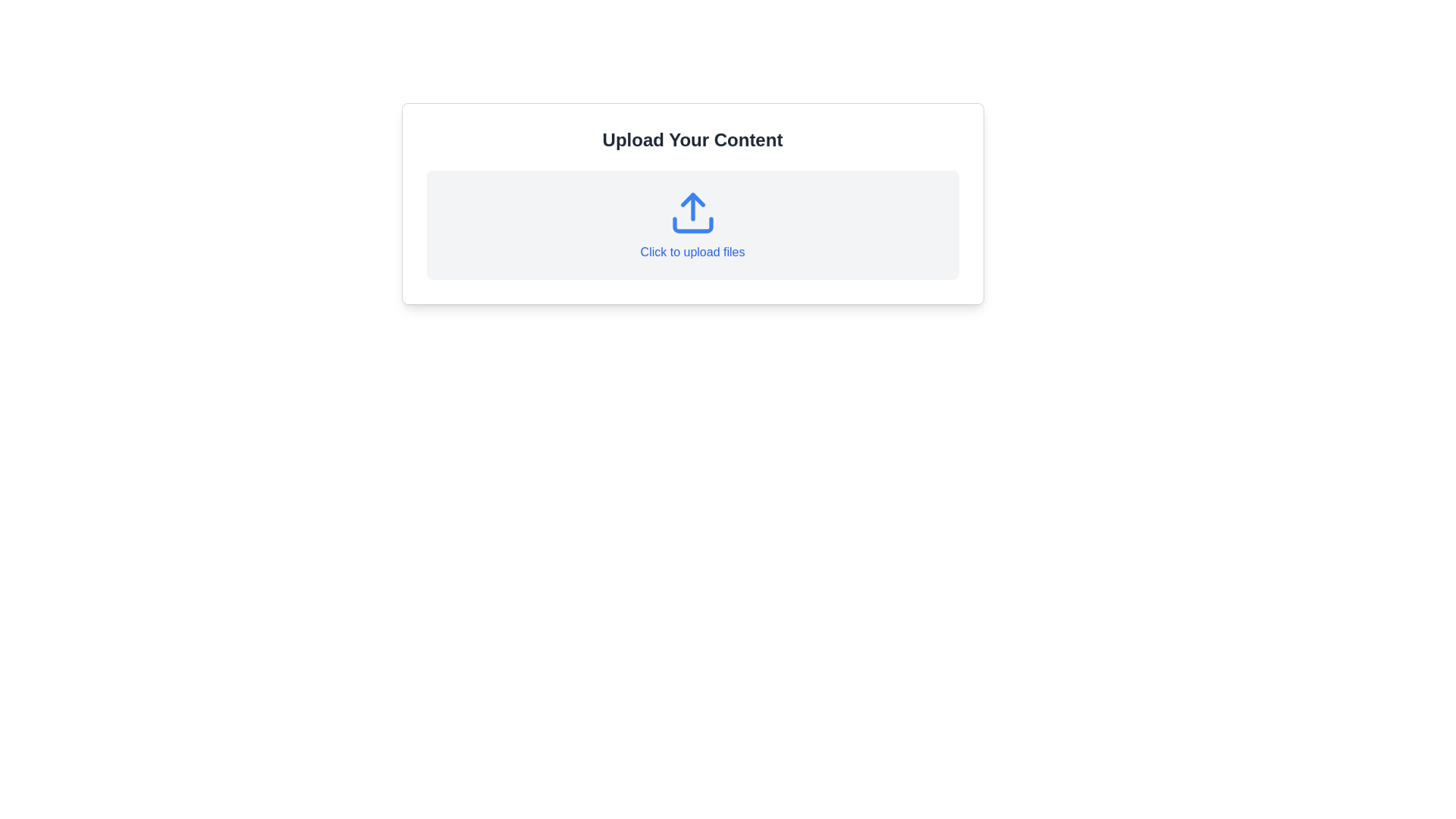 The image size is (1456, 819). I want to click on SVG details of the triangular upward arrowhead graphic, which is blue and located in the upper part of the upload icon, so click(692, 199).